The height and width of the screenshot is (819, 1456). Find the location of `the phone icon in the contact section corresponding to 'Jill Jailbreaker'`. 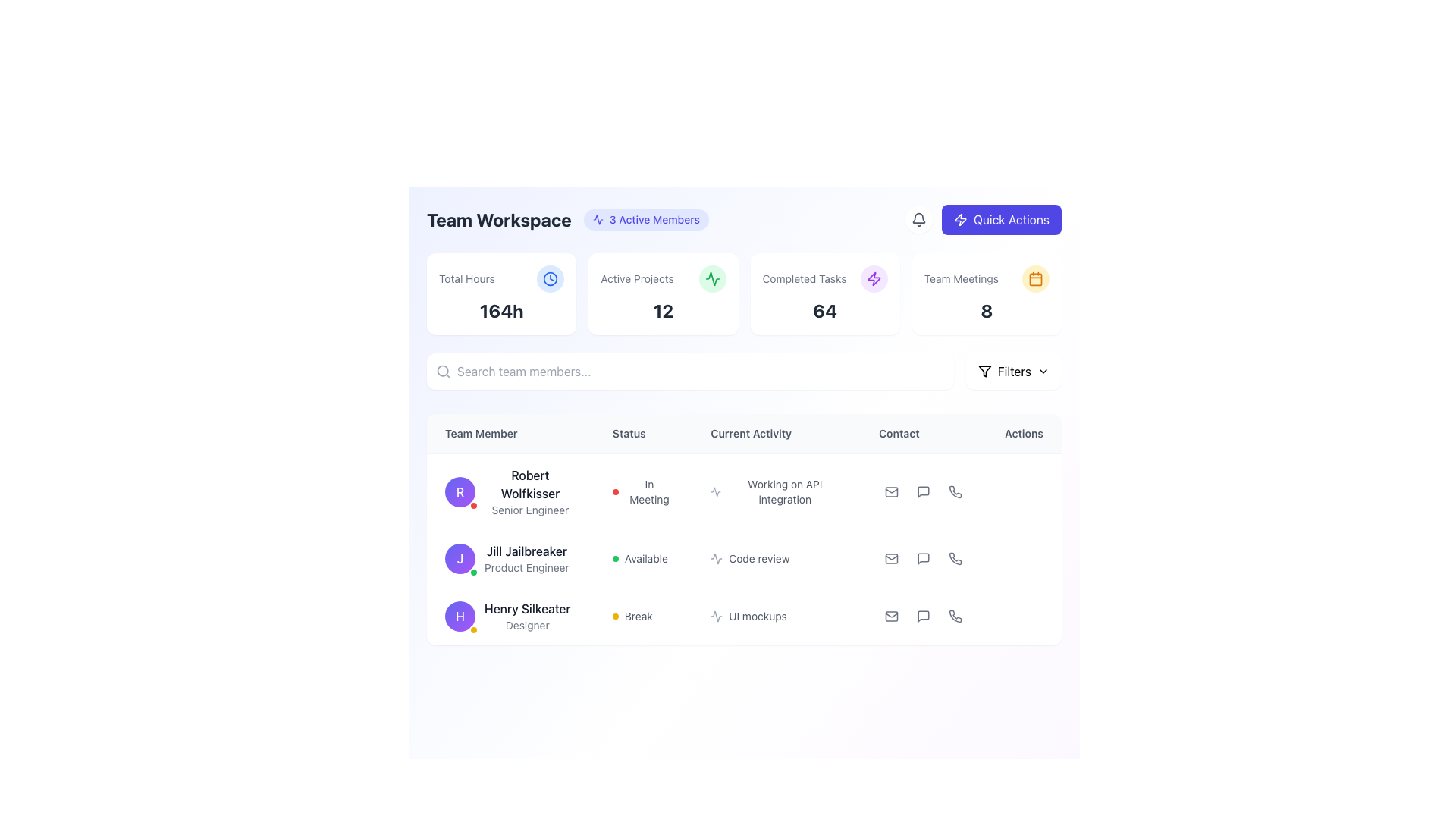

the phone icon in the contact section corresponding to 'Jill Jailbreaker' is located at coordinates (955, 558).